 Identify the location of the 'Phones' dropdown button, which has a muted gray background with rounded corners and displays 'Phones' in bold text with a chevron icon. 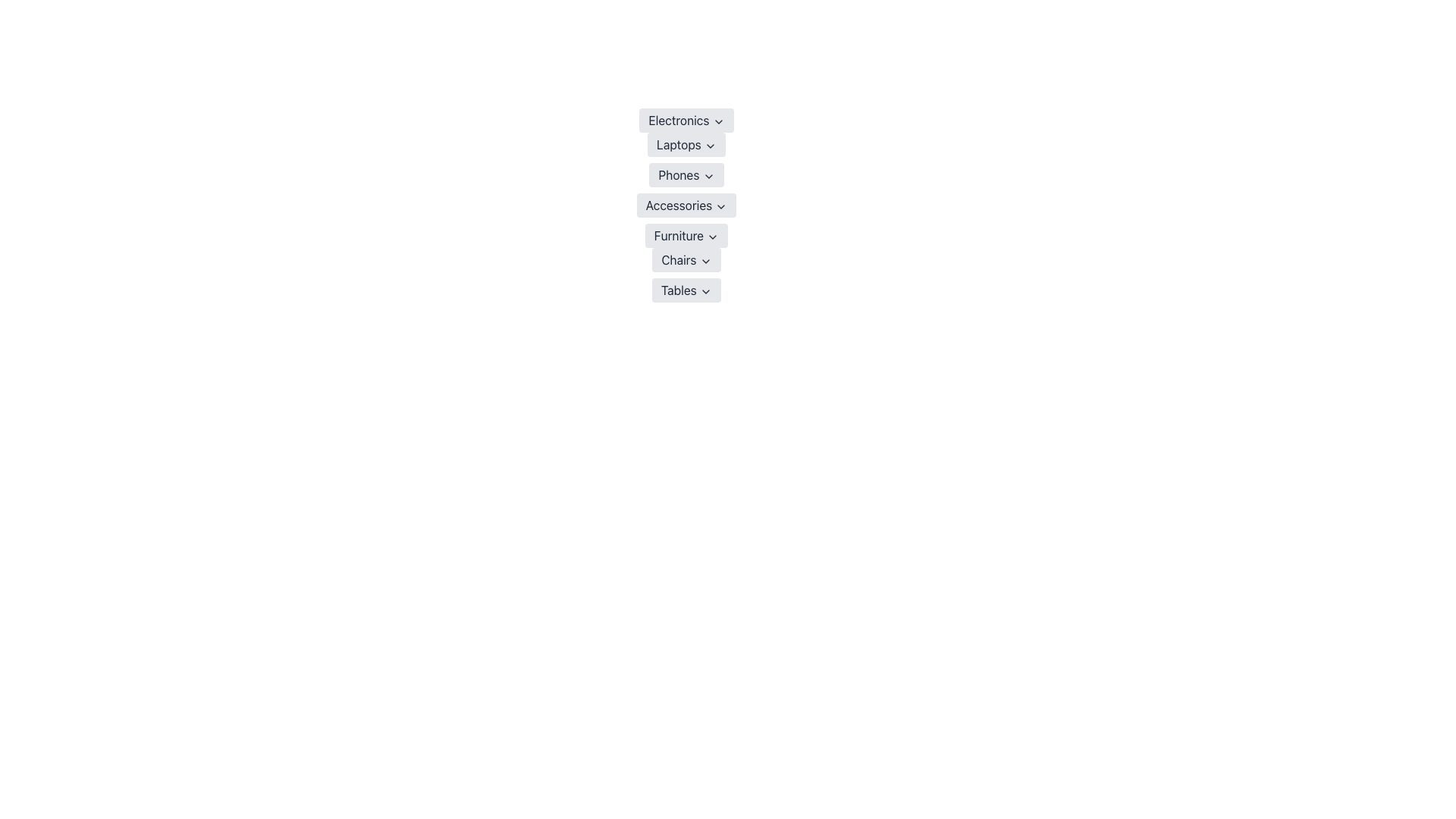
(686, 174).